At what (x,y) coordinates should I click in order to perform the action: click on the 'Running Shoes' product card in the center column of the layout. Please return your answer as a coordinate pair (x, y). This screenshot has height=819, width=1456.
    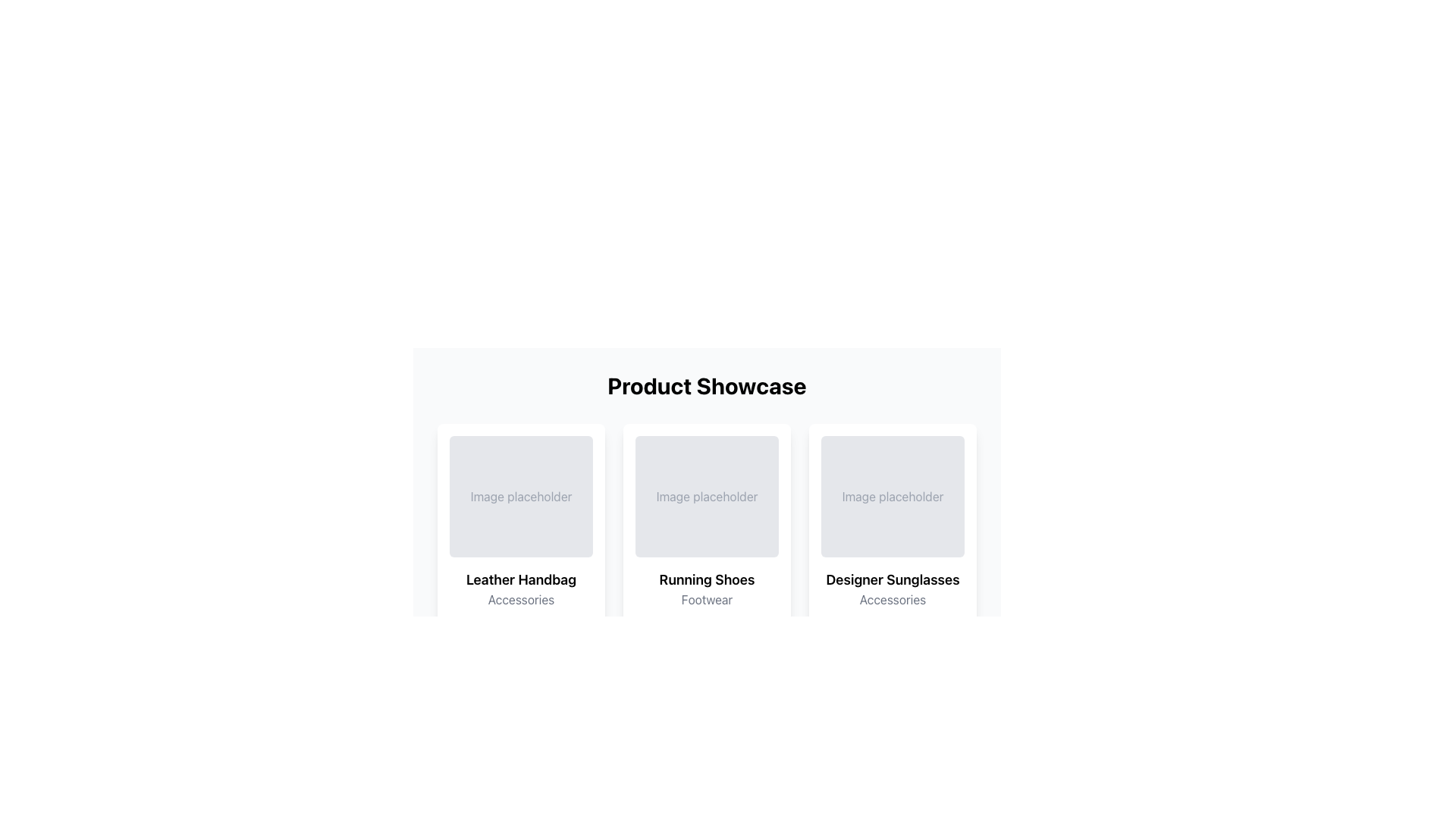
    Looking at the image, I should click on (706, 587).